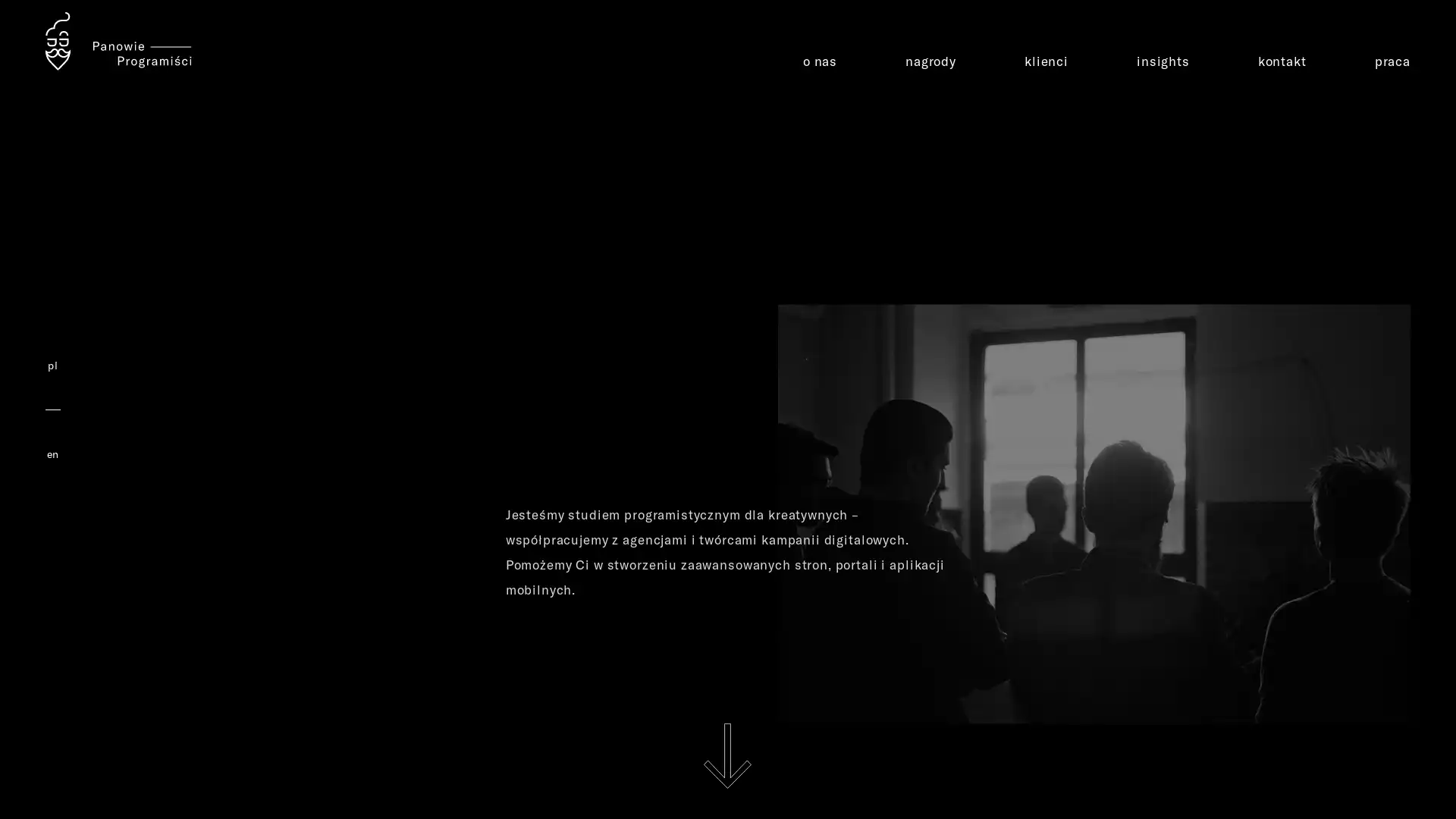 The height and width of the screenshot is (819, 1456). What do you see at coordinates (726, 755) in the screenshot?
I see `Przeskroluj` at bounding box center [726, 755].